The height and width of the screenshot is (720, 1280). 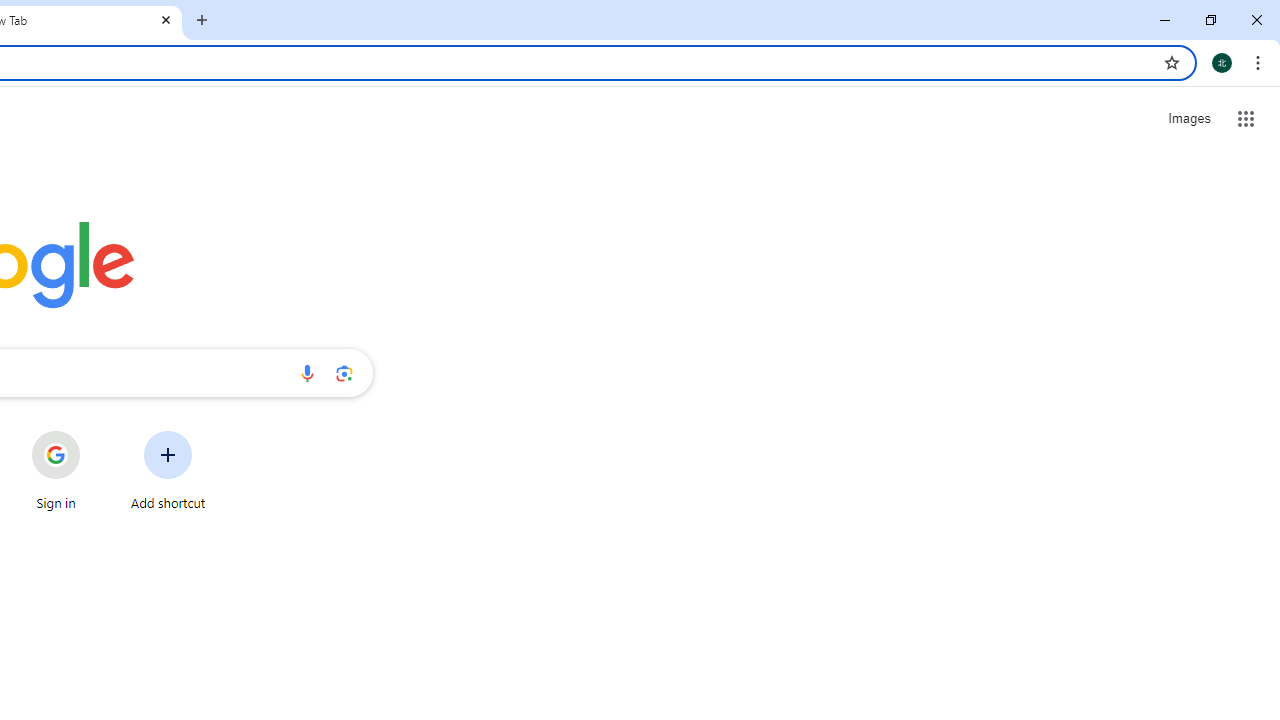 What do you see at coordinates (1209, 20) in the screenshot?
I see `'Restore'` at bounding box center [1209, 20].